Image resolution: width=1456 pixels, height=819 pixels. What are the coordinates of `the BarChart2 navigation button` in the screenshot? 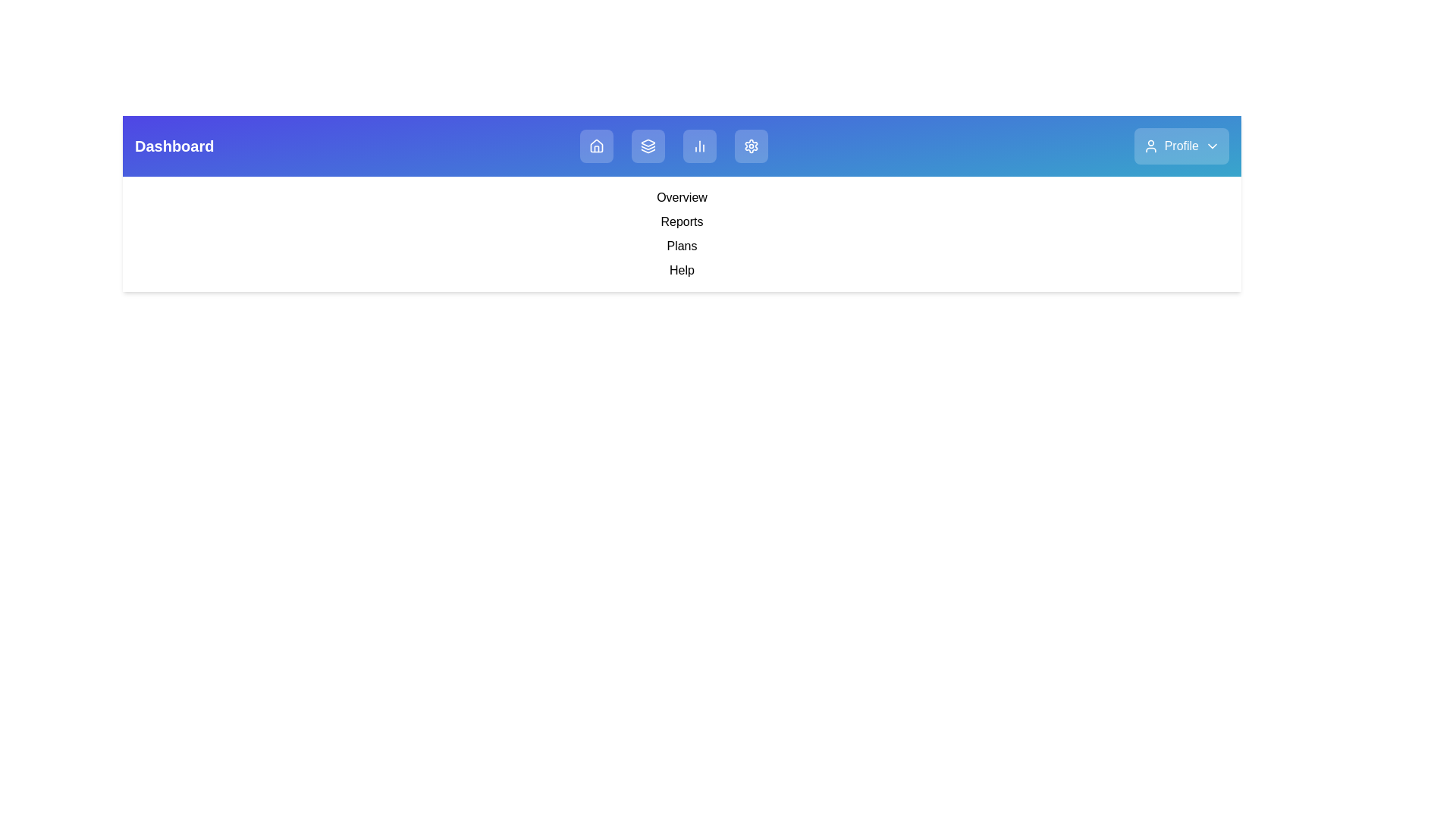 It's located at (699, 146).